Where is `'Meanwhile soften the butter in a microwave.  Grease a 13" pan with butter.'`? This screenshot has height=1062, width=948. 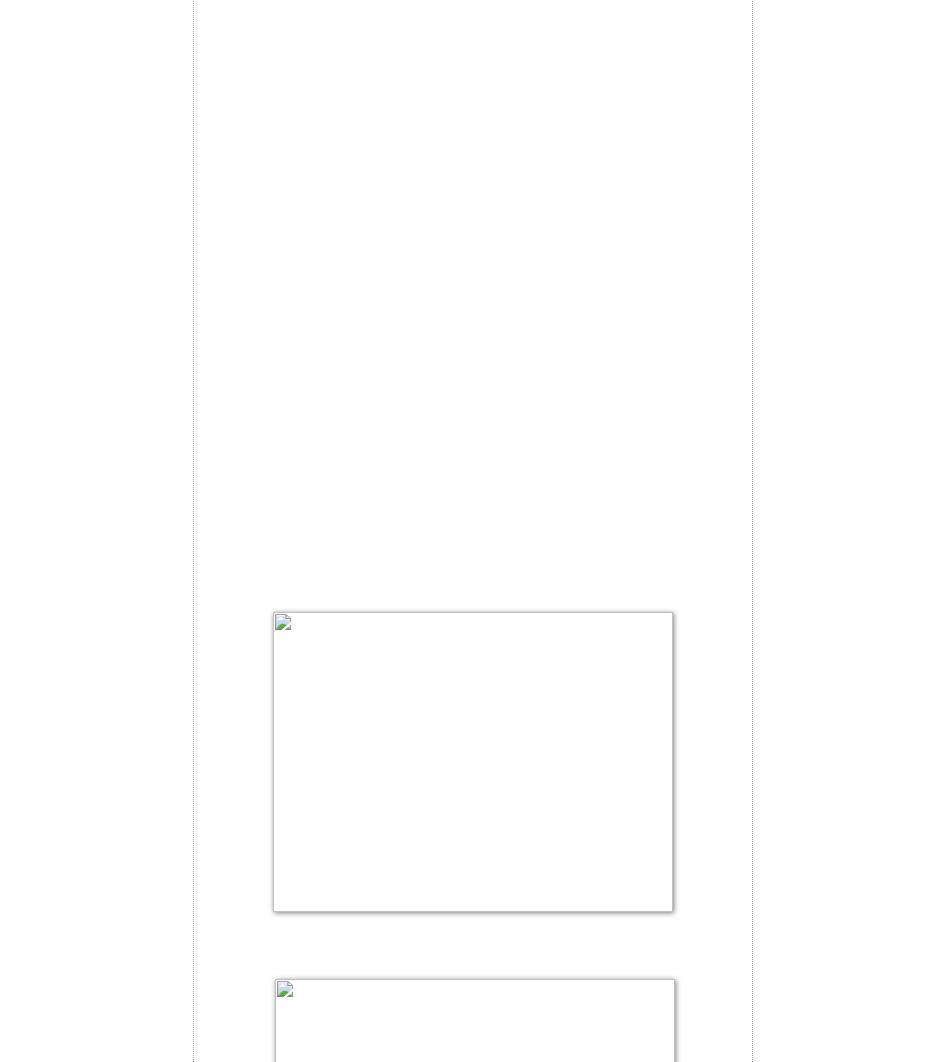
'Meanwhile soften the butter in a microwave.  Grease a 13" pan with butter.' is located at coordinates (417, 946).